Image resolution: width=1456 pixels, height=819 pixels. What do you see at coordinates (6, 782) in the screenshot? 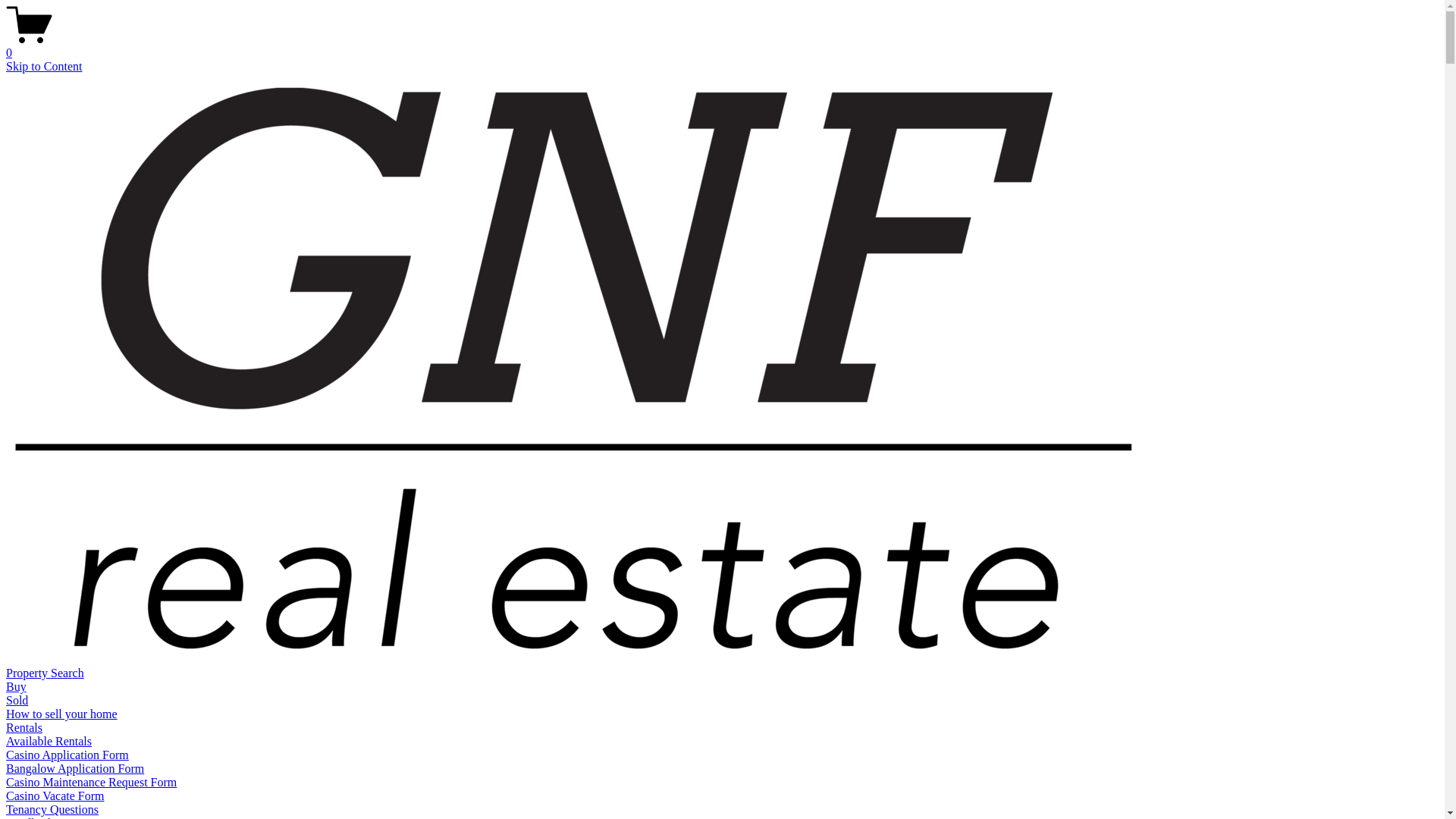
I see `'Casino Maintenance Request Form'` at bounding box center [6, 782].